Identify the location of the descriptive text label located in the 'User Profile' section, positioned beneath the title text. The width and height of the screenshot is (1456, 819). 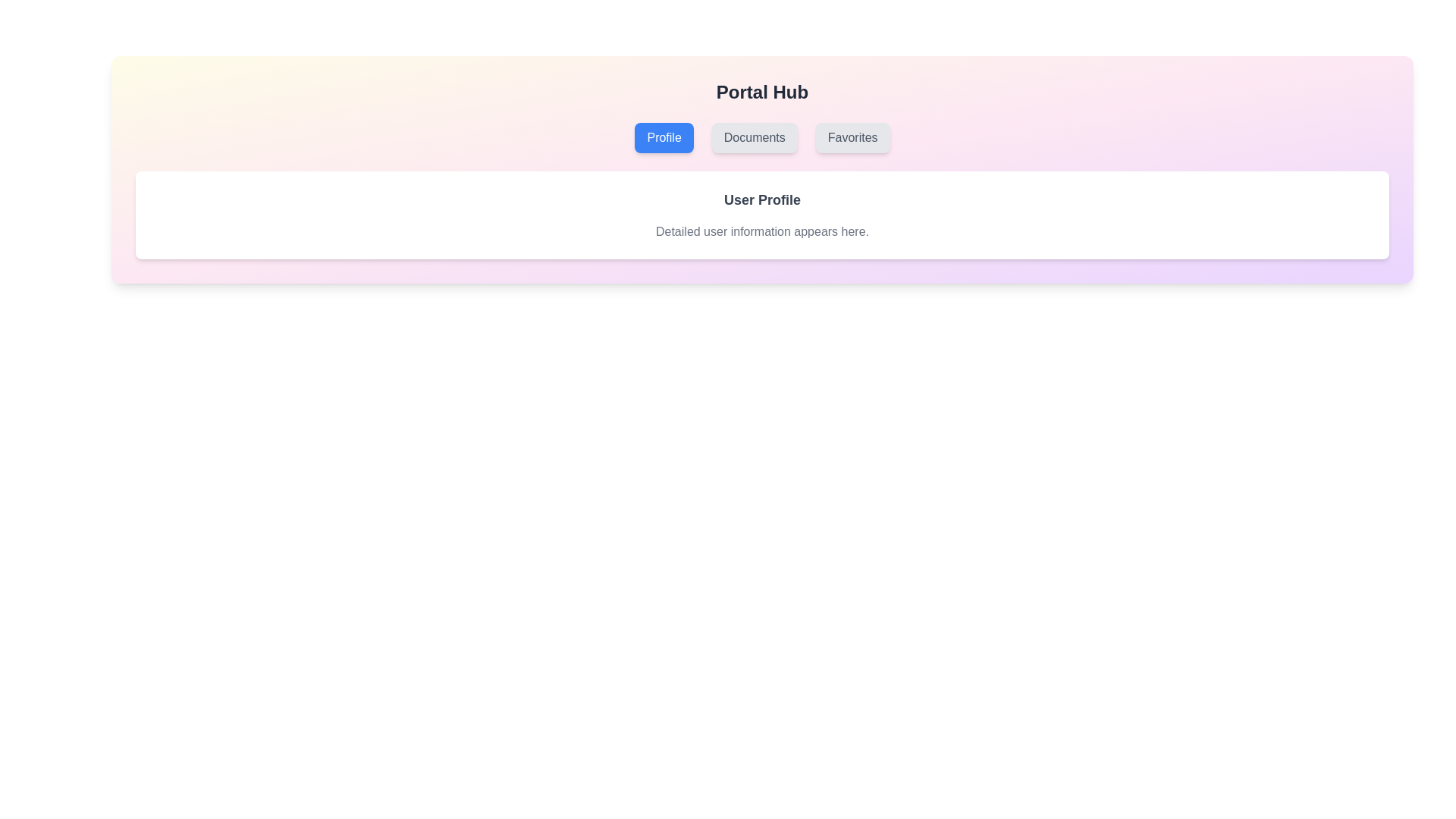
(762, 231).